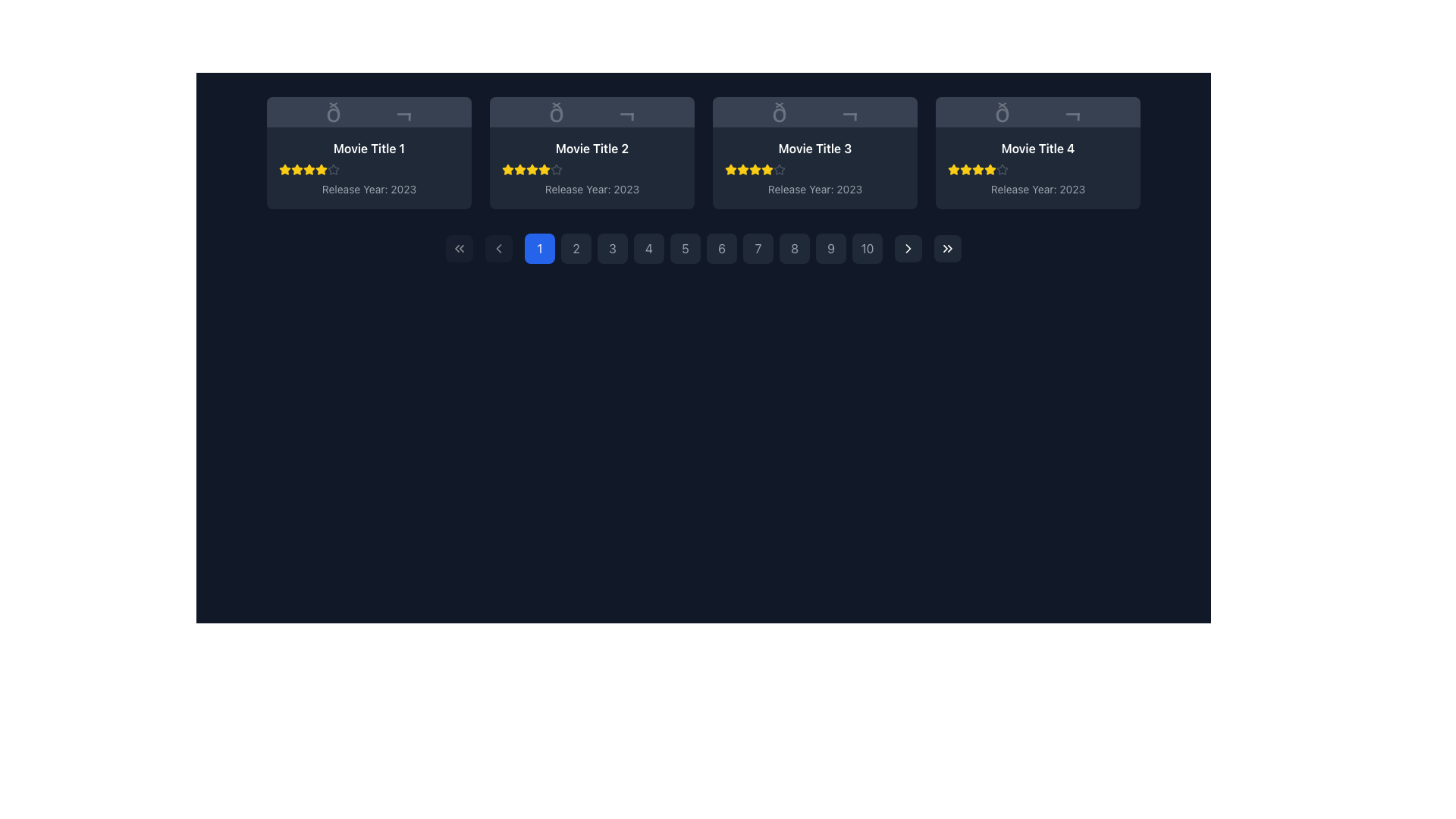  I want to click on the first filled yellow star icon in the rating section of the card for 'Movie Title 1', so click(284, 169).